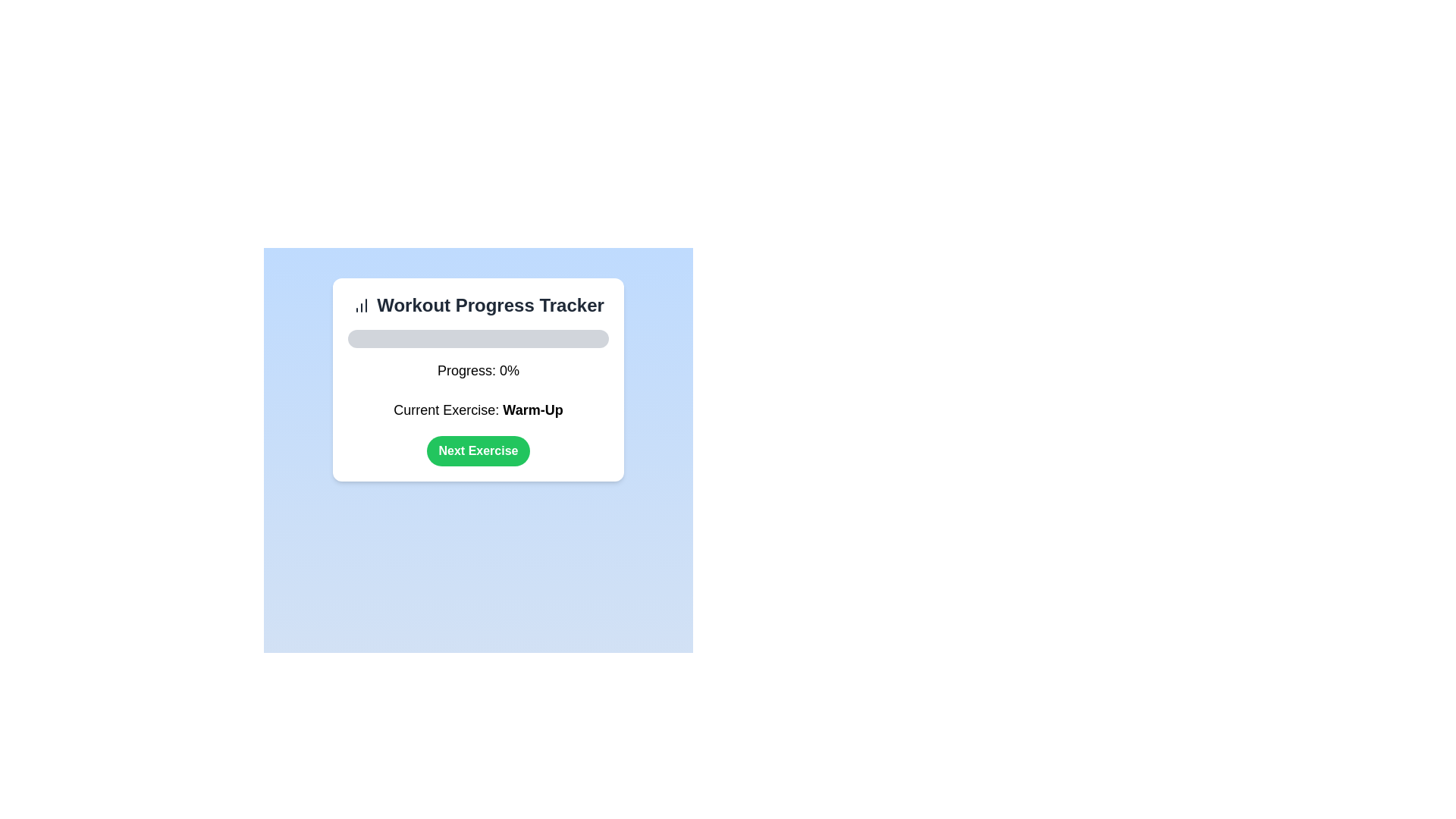 The width and height of the screenshot is (1456, 819). What do you see at coordinates (477, 371) in the screenshot?
I see `the text label that displays the current progress percentage in the progress-tracking interface, located below the progress bar` at bounding box center [477, 371].